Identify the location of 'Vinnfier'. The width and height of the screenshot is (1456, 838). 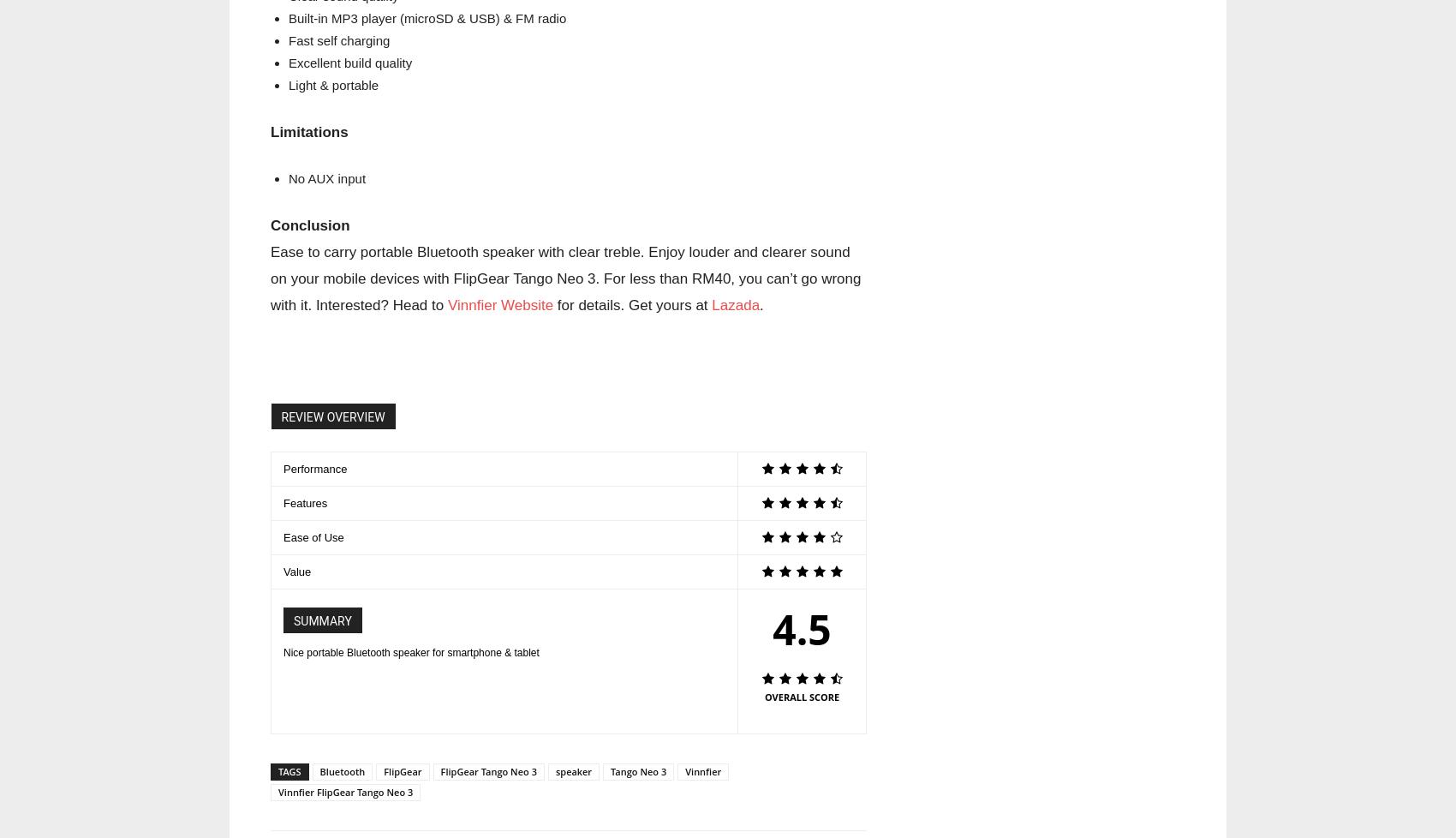
(701, 770).